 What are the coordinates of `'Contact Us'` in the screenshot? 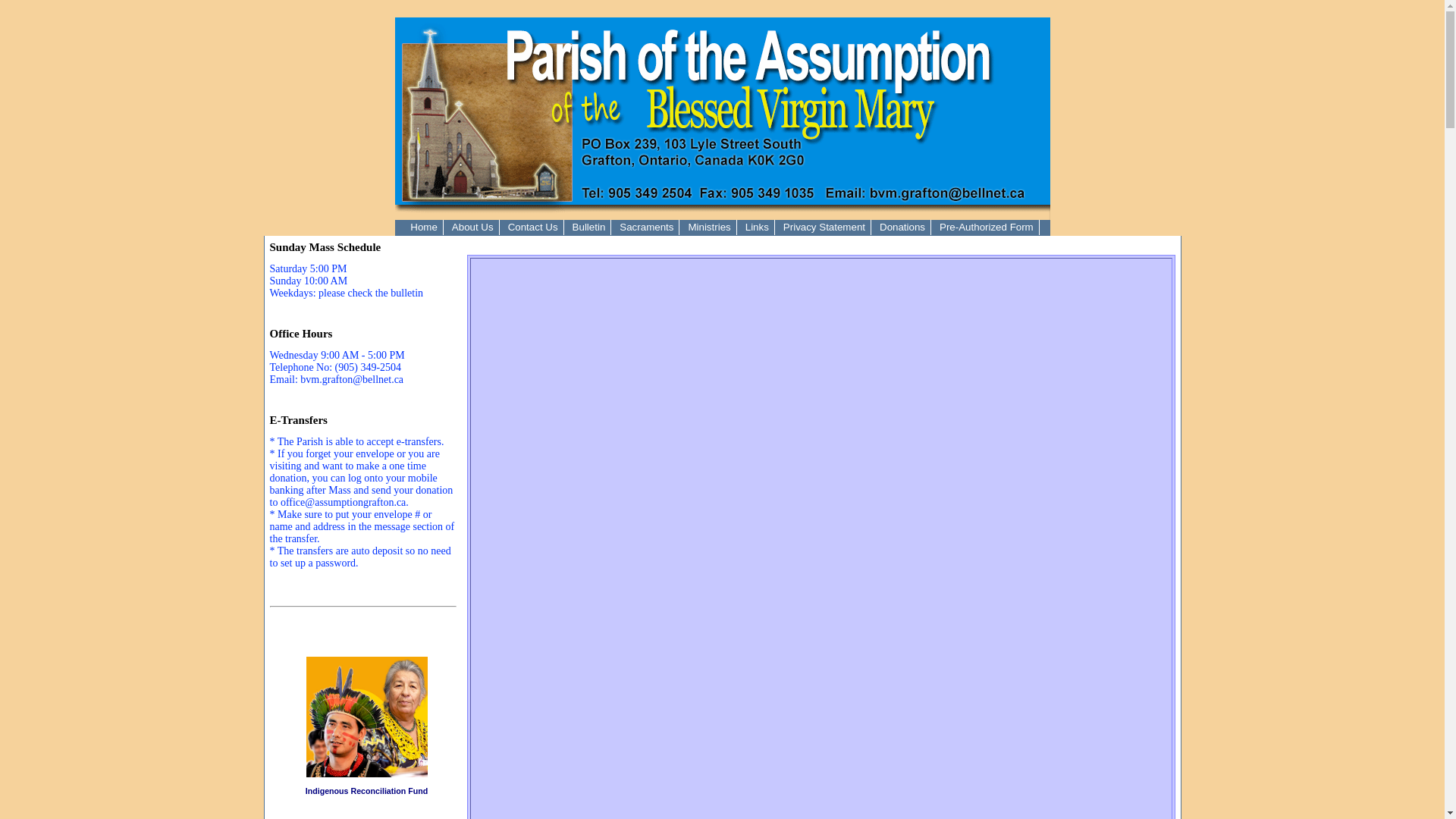 It's located at (533, 227).